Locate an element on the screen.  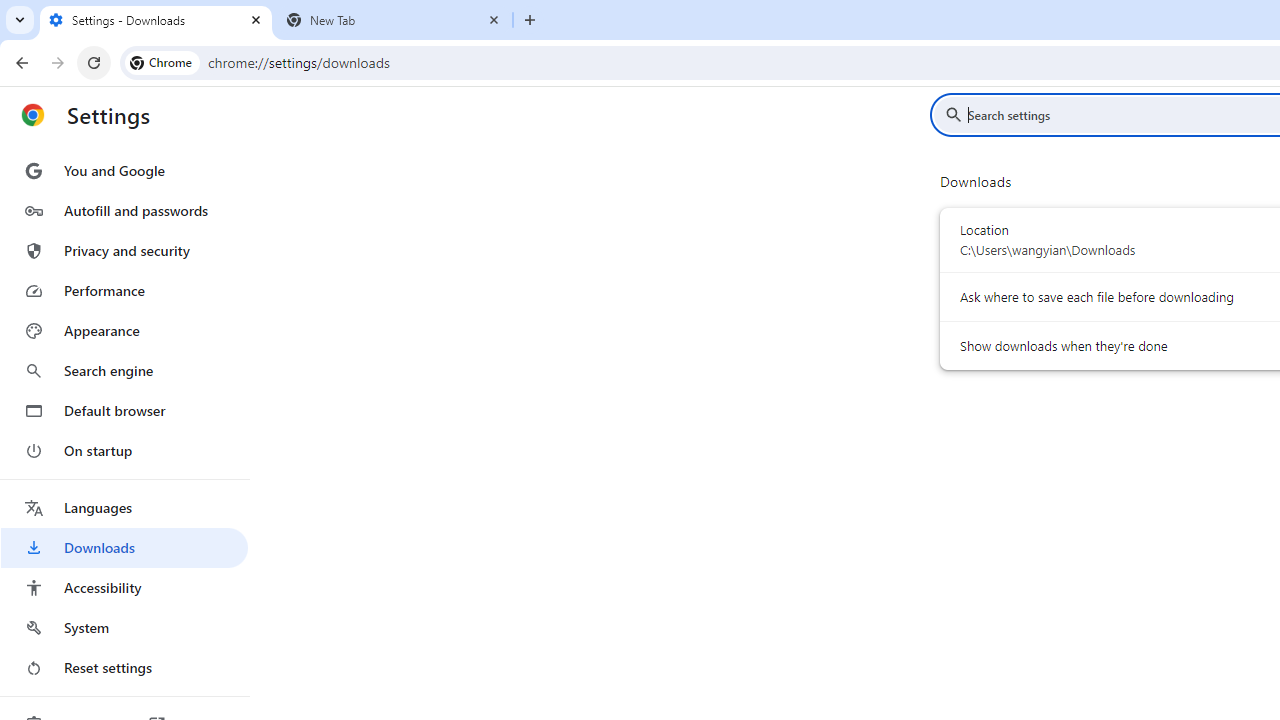
'Search engine' is located at coordinates (123, 371).